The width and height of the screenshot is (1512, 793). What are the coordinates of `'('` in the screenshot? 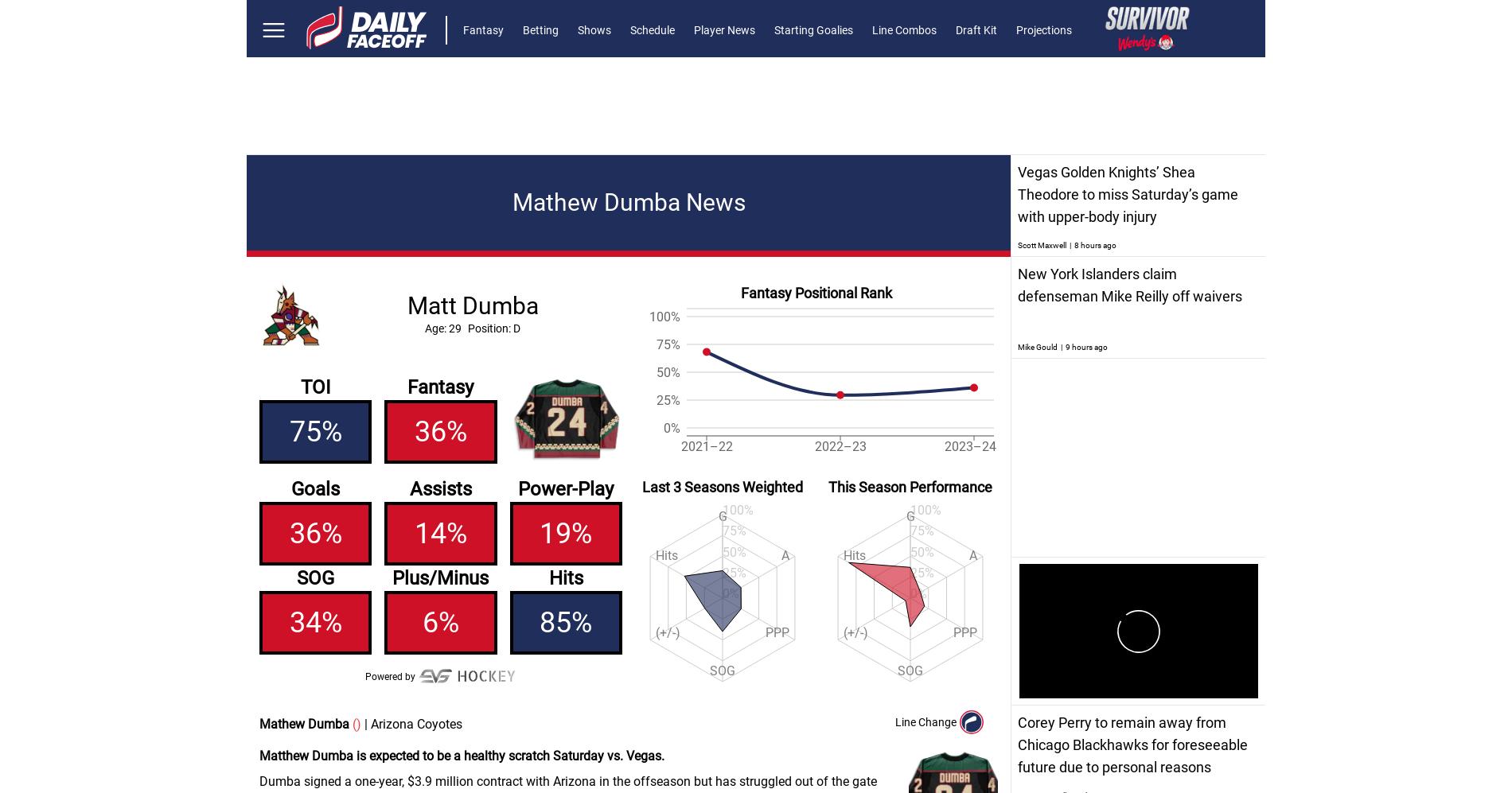 It's located at (352, 724).